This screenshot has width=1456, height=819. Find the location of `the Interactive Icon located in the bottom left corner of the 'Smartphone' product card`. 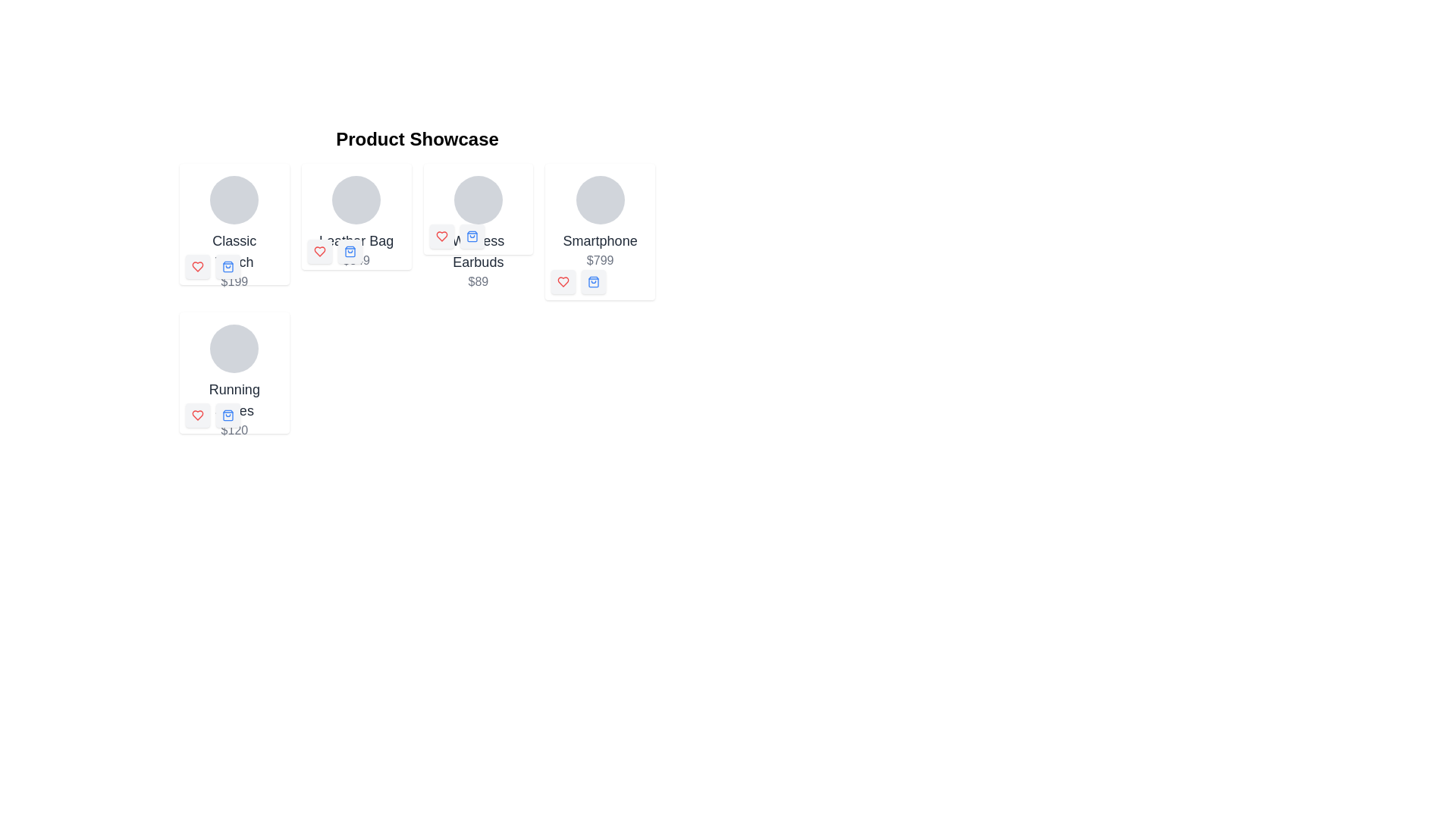

the Interactive Icon located in the bottom left corner of the 'Smartphone' product card is located at coordinates (593, 281).